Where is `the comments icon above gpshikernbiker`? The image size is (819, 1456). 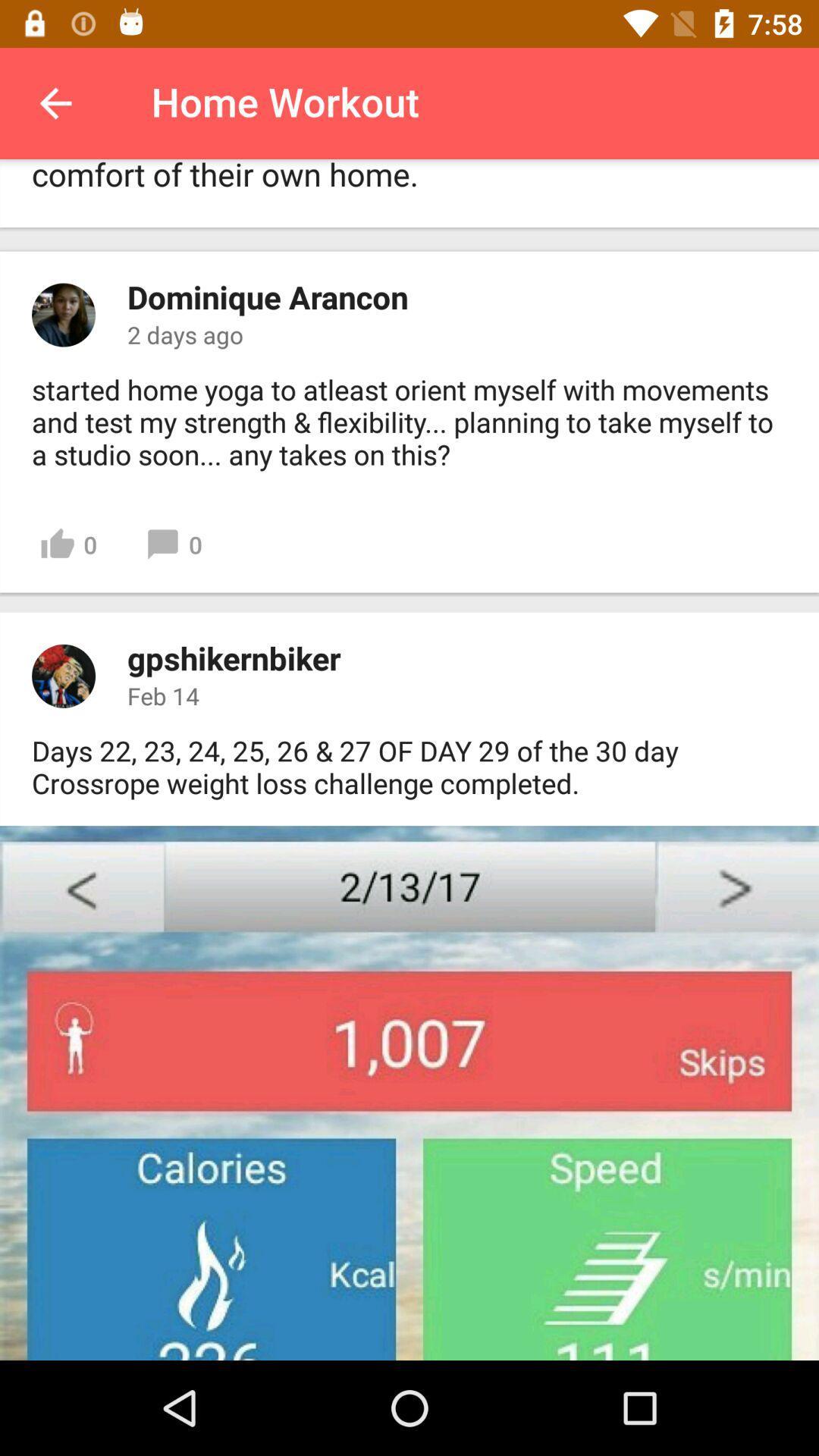
the comments icon above gpshikernbiker is located at coordinates (173, 545).